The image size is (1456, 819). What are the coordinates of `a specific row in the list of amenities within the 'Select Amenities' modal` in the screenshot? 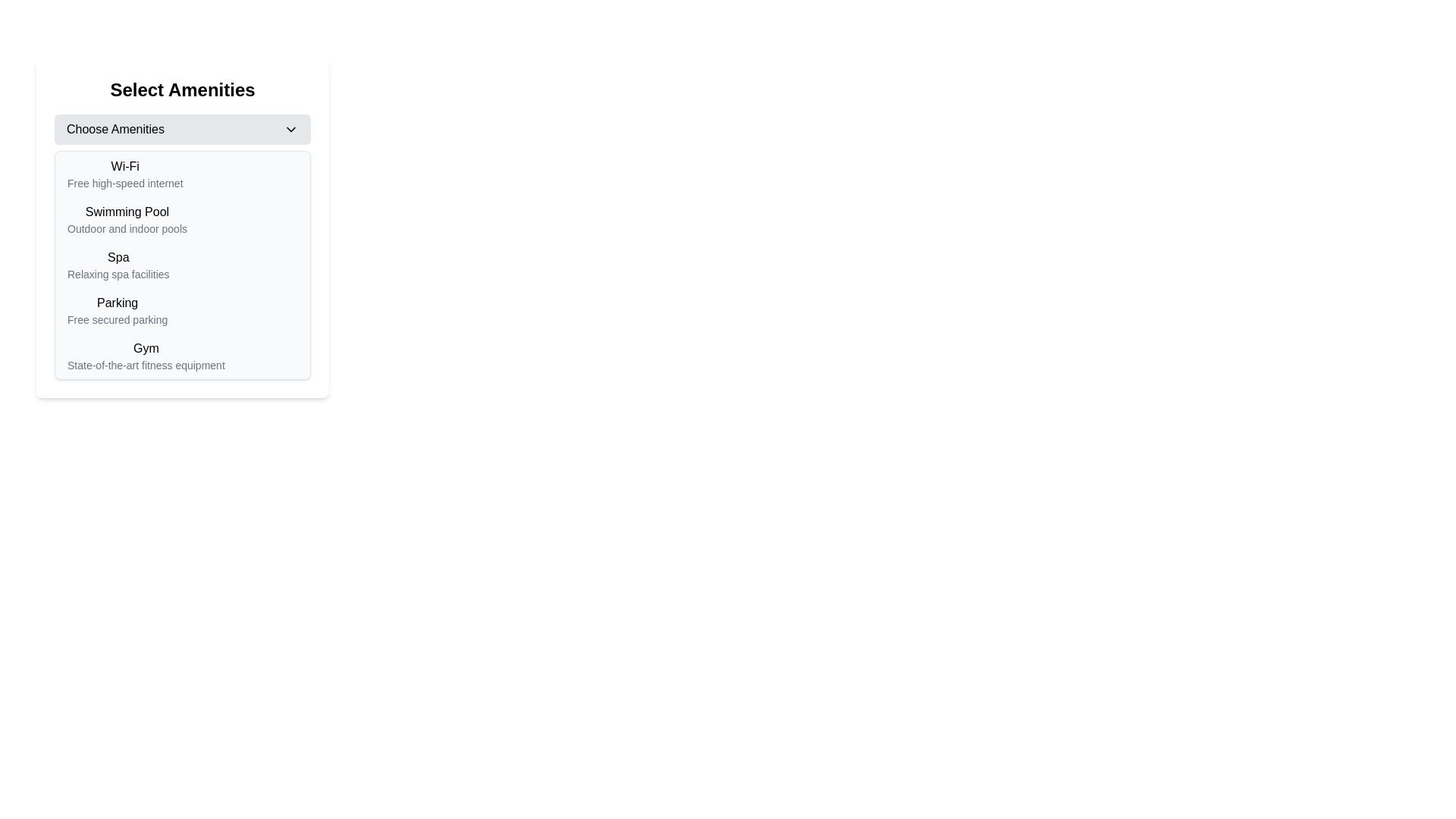 It's located at (182, 228).